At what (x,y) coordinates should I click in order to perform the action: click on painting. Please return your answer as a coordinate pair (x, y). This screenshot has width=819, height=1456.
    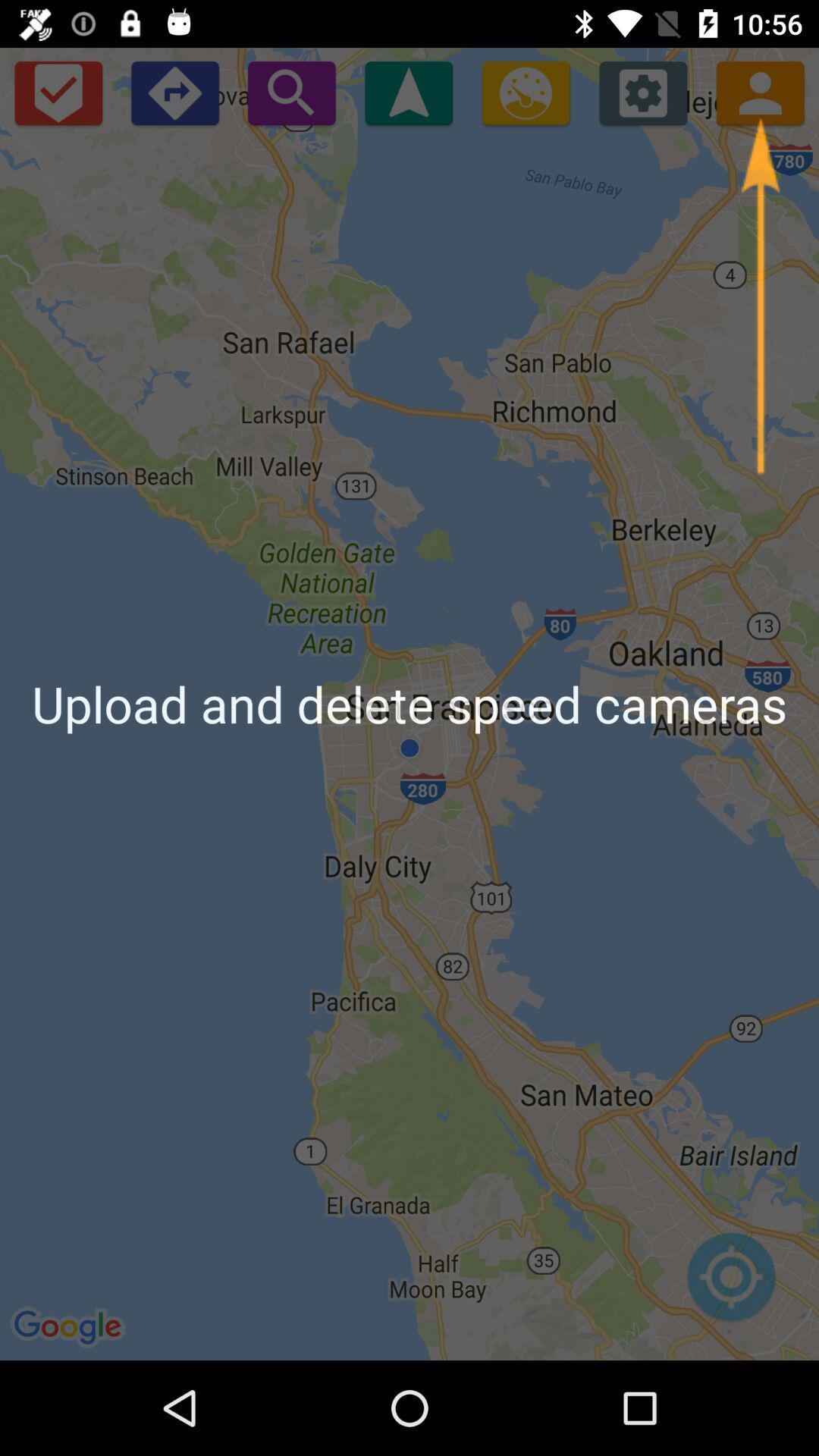
    Looking at the image, I should click on (525, 92).